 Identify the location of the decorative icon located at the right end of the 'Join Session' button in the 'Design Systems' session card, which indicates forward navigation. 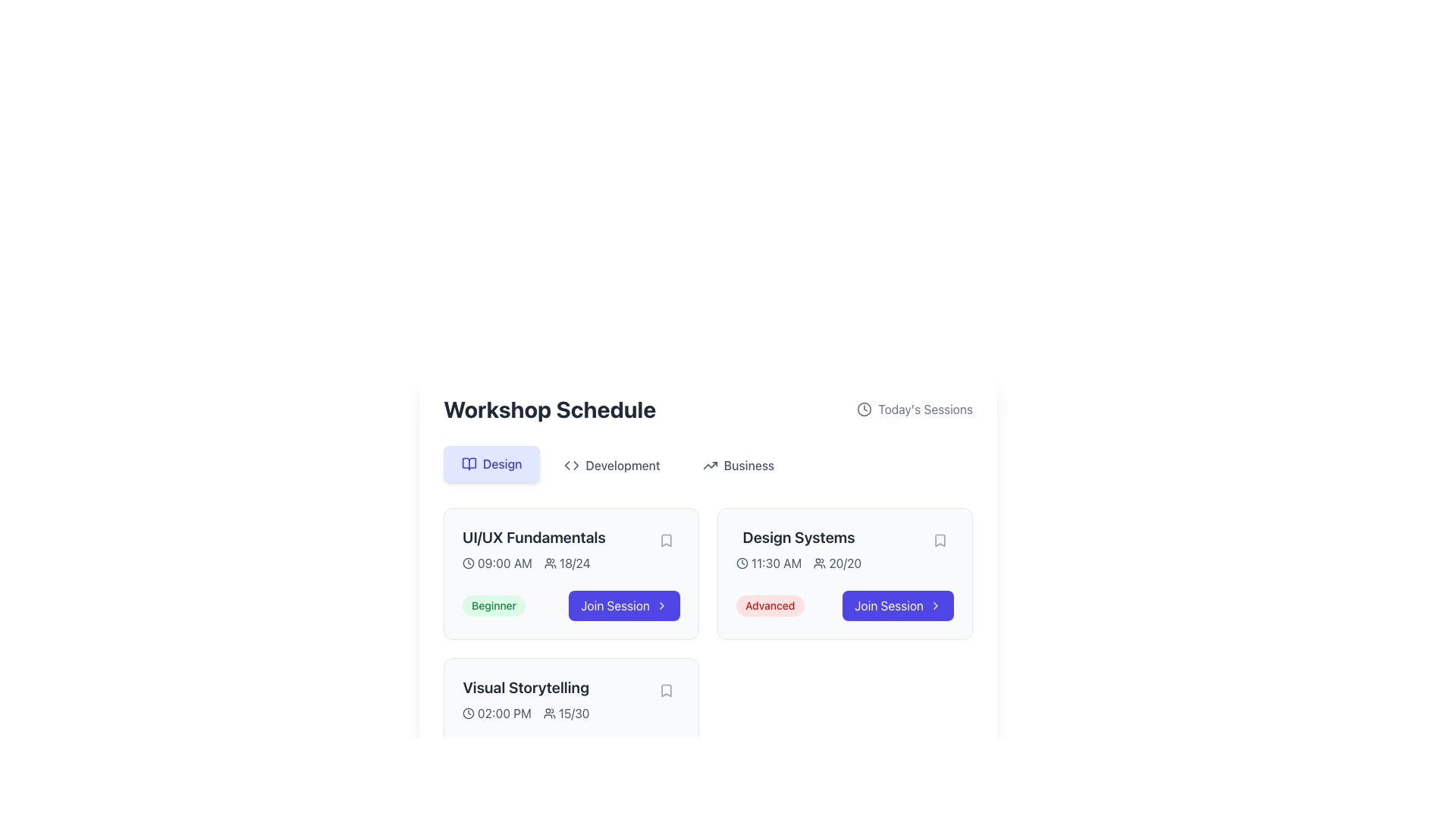
(934, 604).